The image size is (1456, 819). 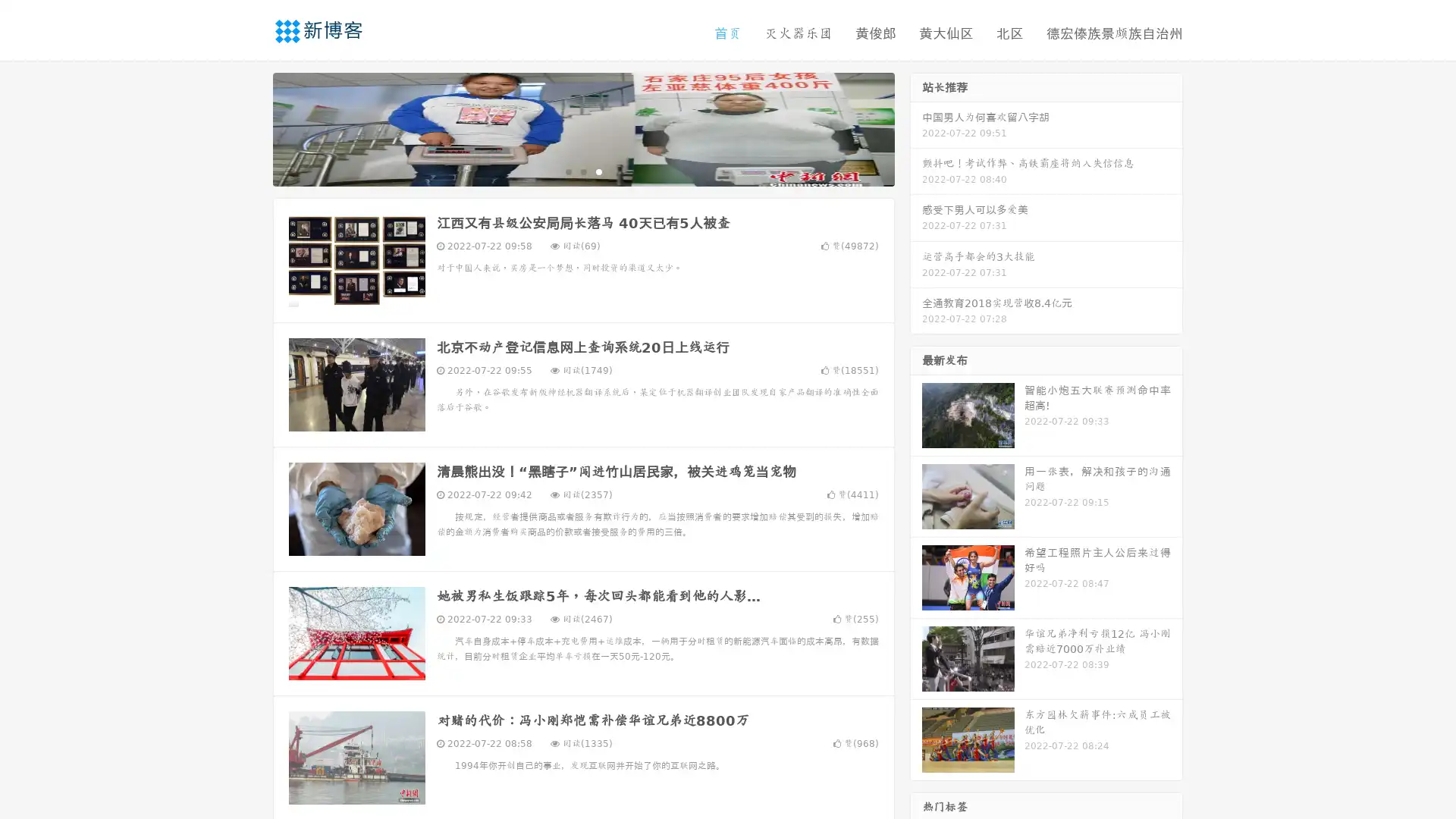 What do you see at coordinates (598, 171) in the screenshot?
I see `Go to slide 3` at bounding box center [598, 171].